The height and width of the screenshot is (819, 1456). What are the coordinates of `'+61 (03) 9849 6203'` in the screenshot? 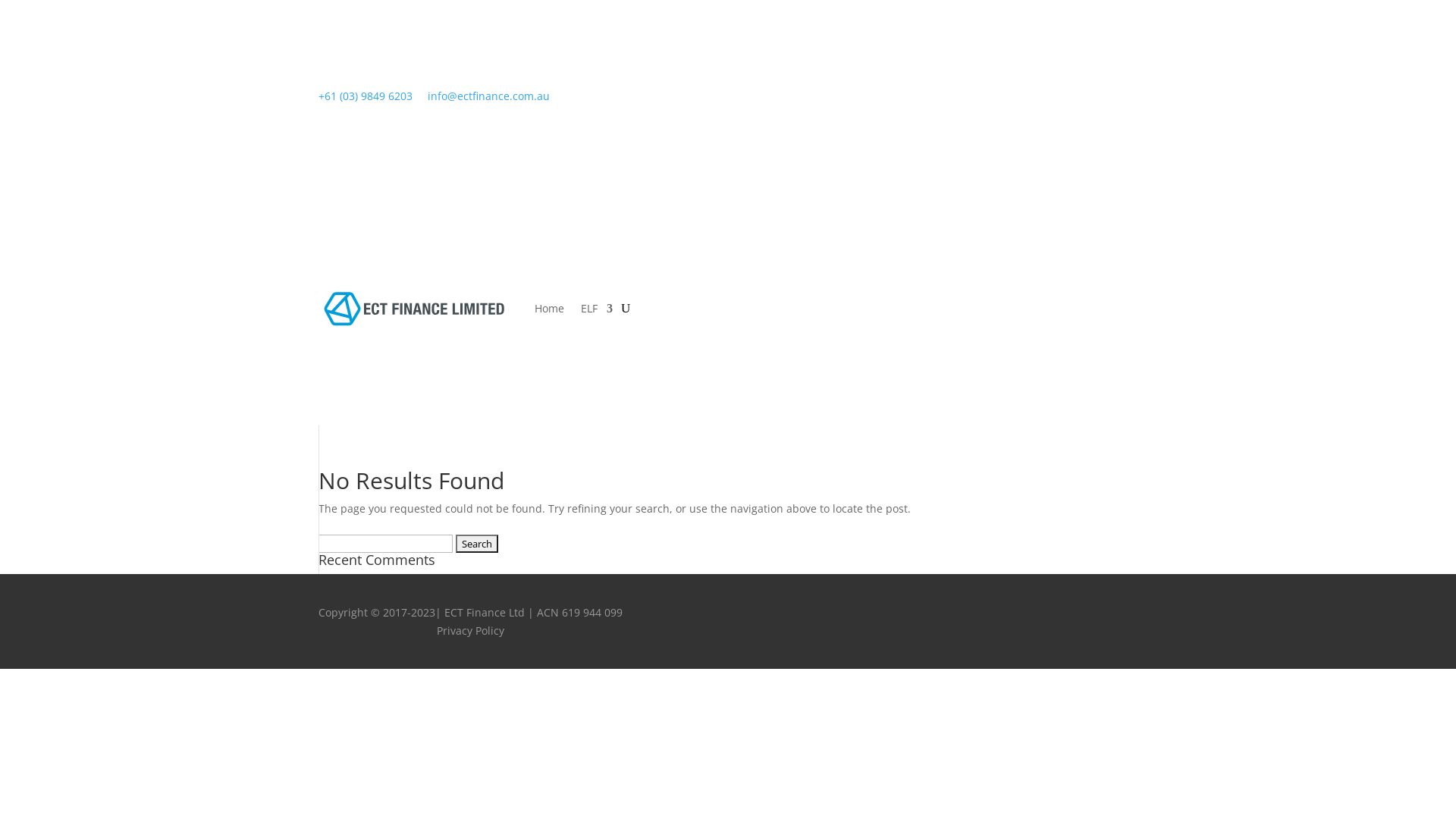 It's located at (365, 96).